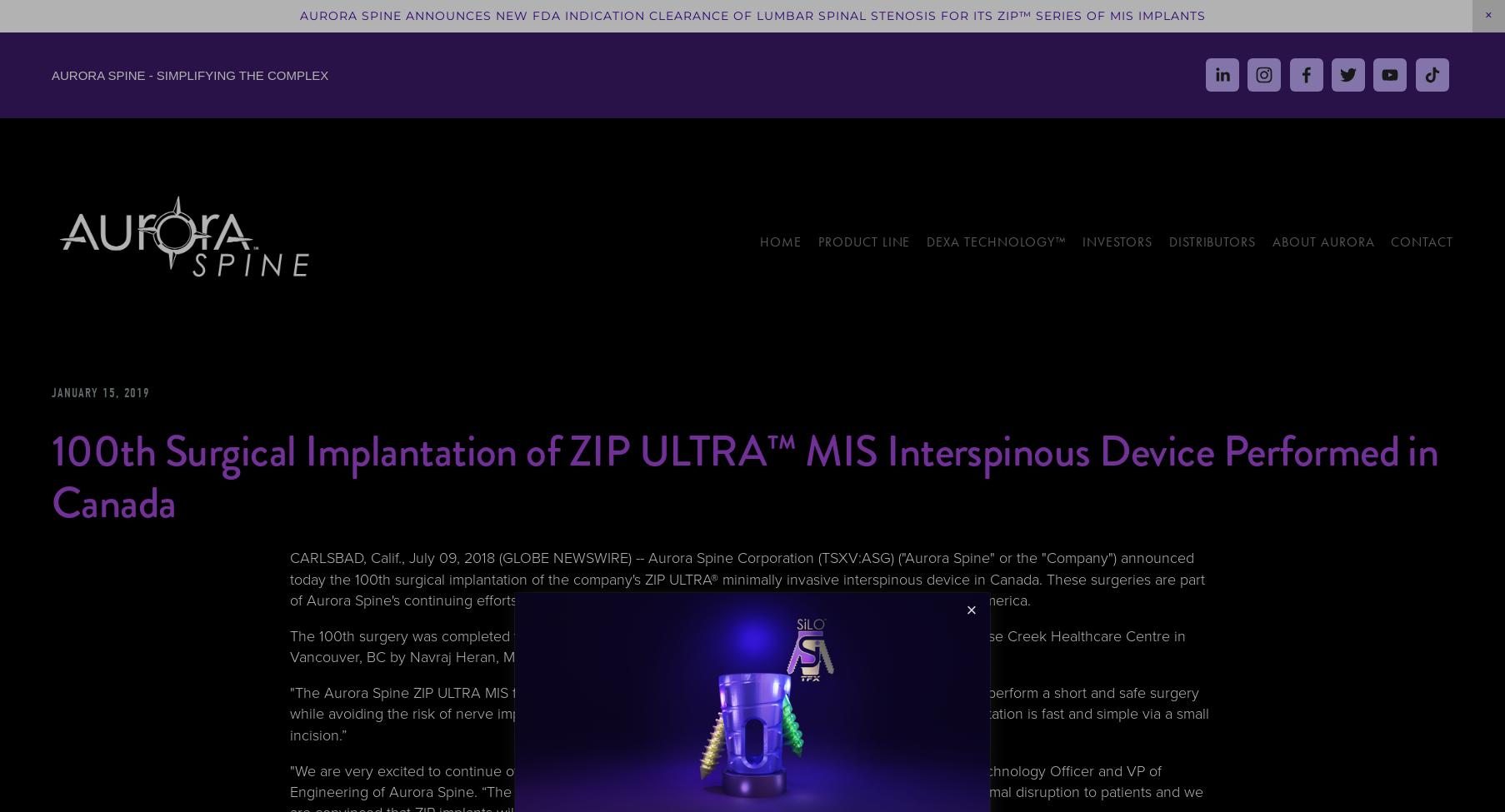  I want to click on 'DISTRIBUTORS', so click(1211, 241).